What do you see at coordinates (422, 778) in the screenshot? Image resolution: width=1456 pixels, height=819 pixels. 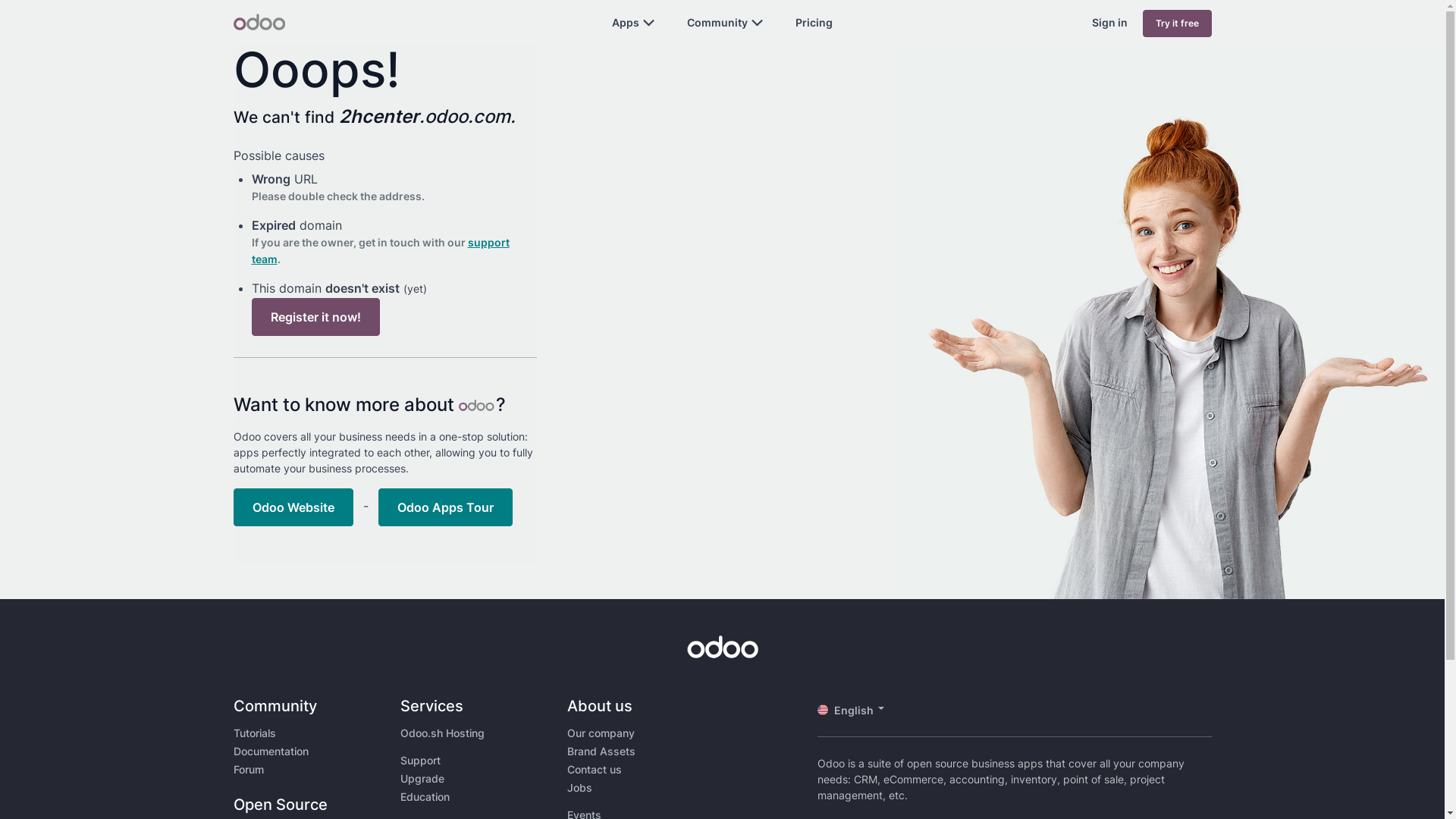 I see `'Upgrade'` at bounding box center [422, 778].